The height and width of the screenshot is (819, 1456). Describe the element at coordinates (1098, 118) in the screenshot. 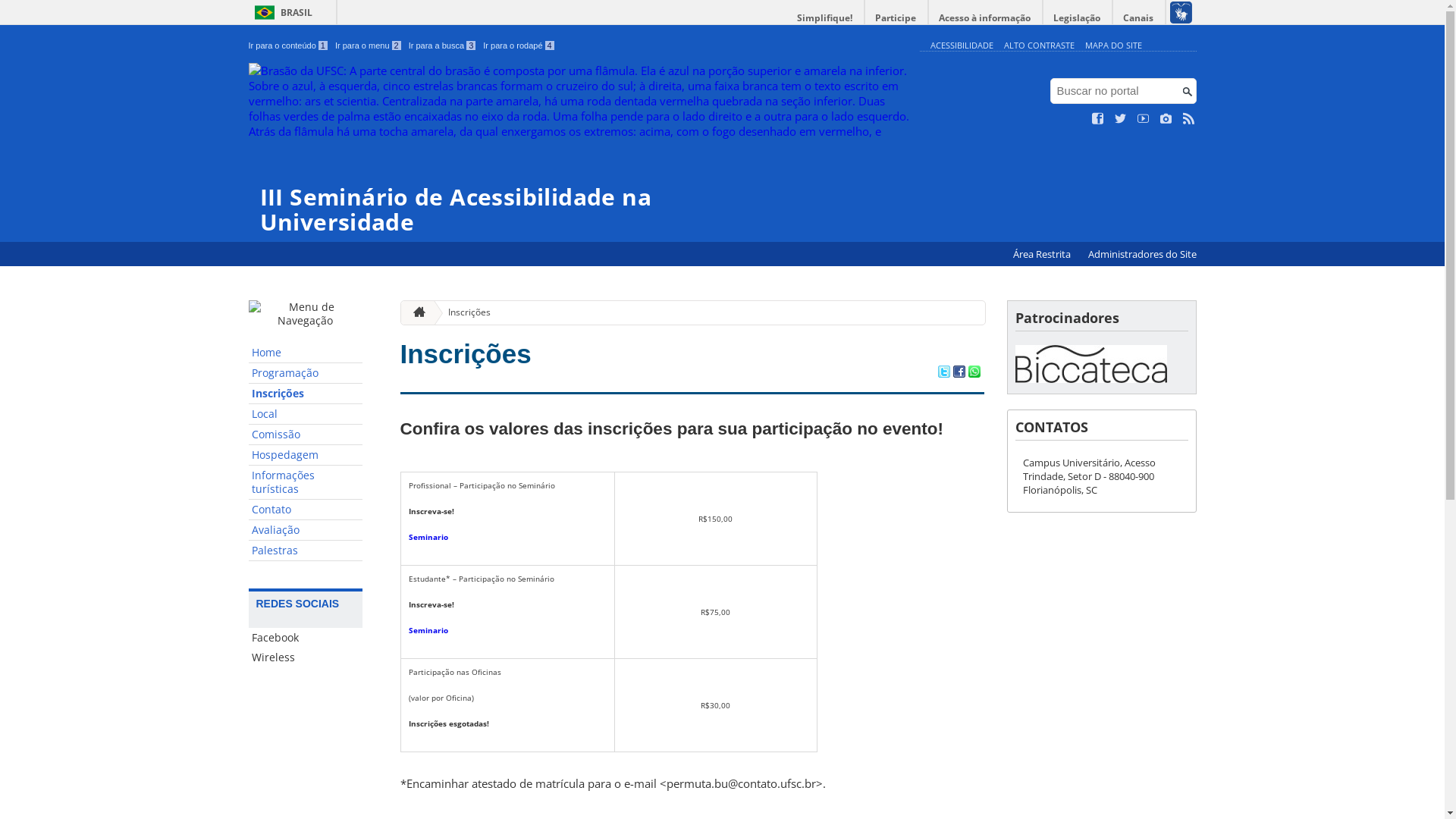

I see `'Curta no Facebook'` at that location.